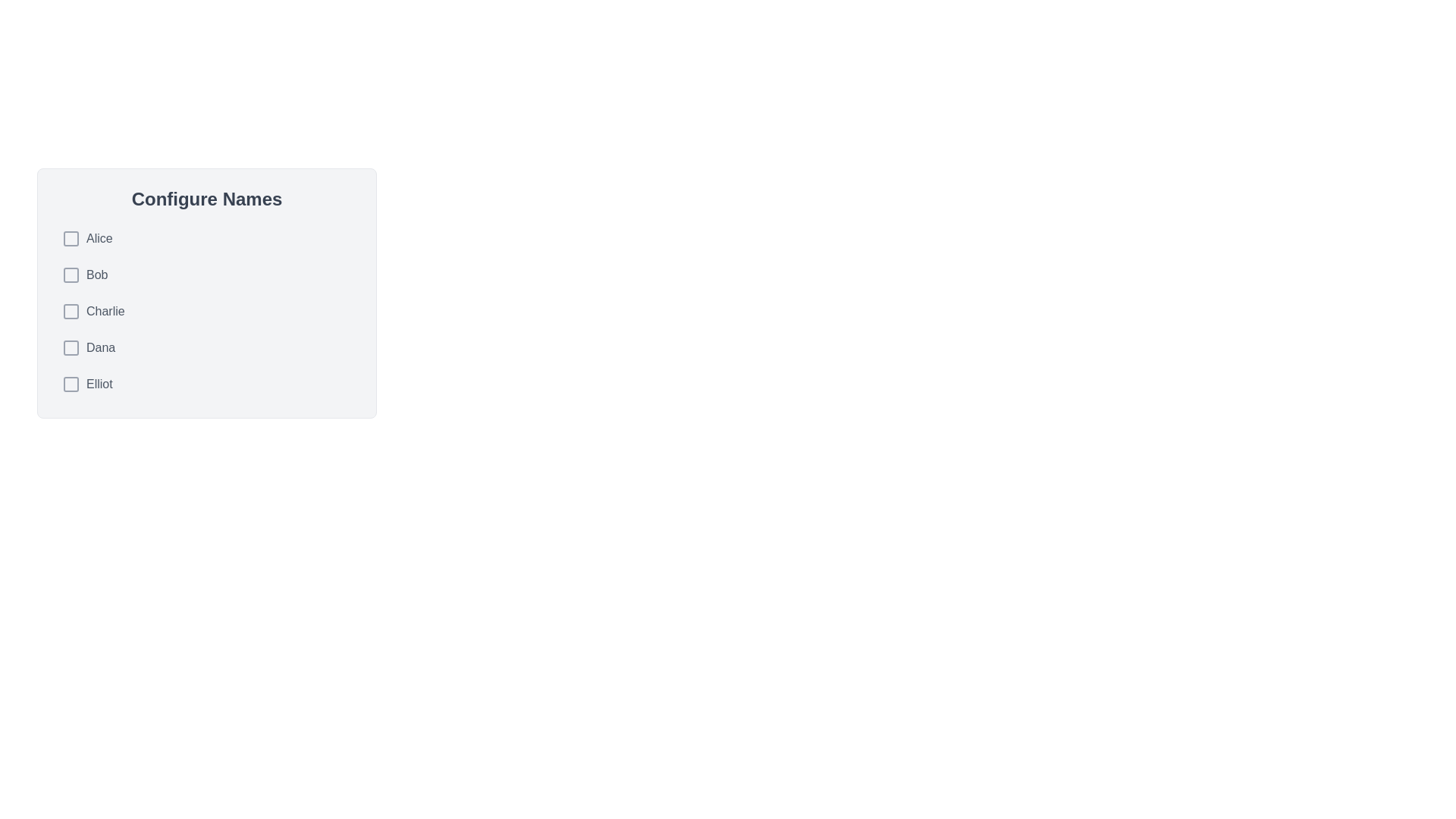 The width and height of the screenshot is (1456, 819). Describe the element at coordinates (86, 239) in the screenshot. I see `the checkbox for the list entry labeled 'Alice' in the 'Configure Names' selection list` at that location.